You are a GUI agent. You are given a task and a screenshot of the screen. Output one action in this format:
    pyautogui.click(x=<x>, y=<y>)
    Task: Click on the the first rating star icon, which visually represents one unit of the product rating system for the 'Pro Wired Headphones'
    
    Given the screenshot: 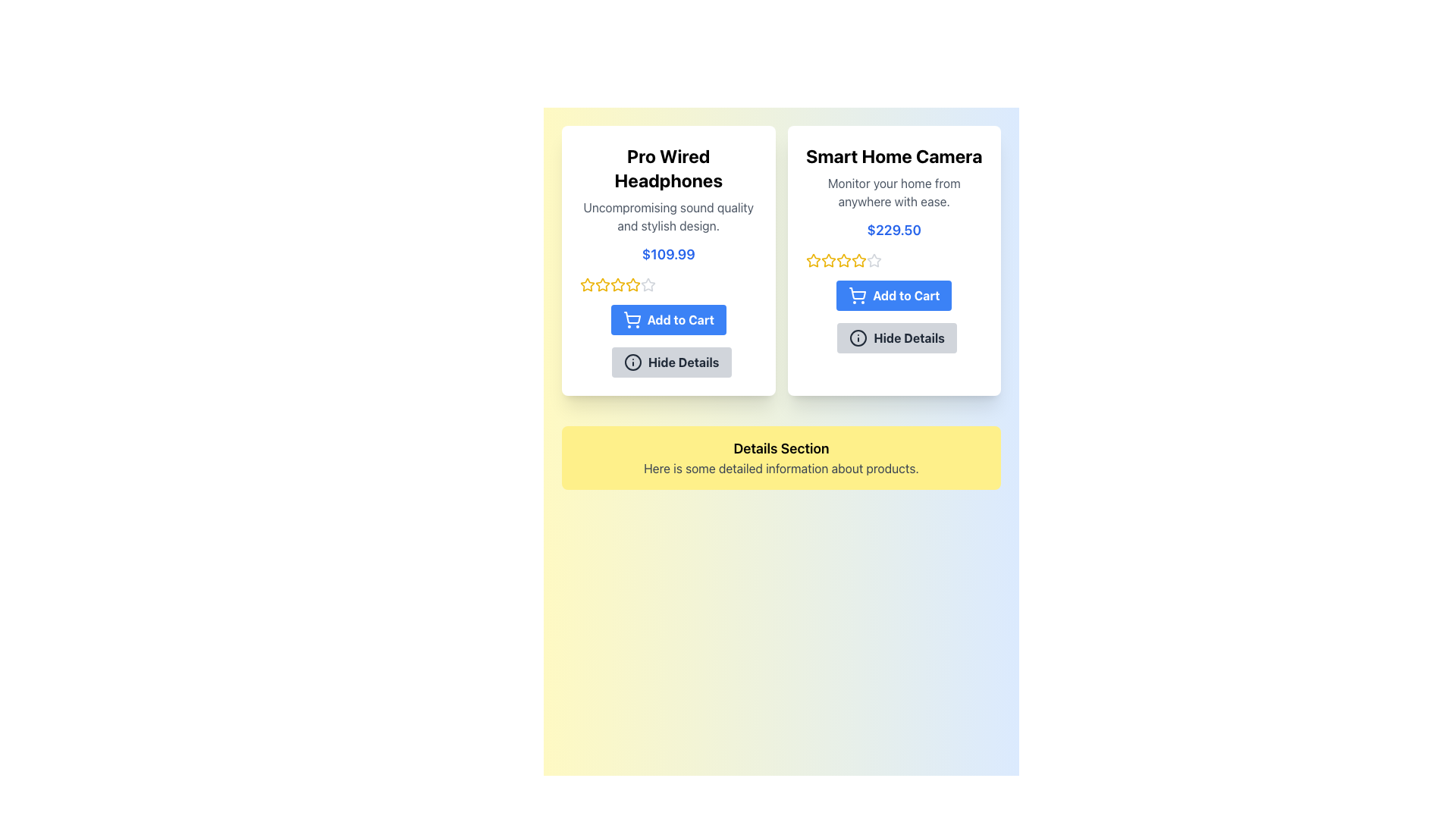 What is the action you would take?
    pyautogui.click(x=586, y=284)
    